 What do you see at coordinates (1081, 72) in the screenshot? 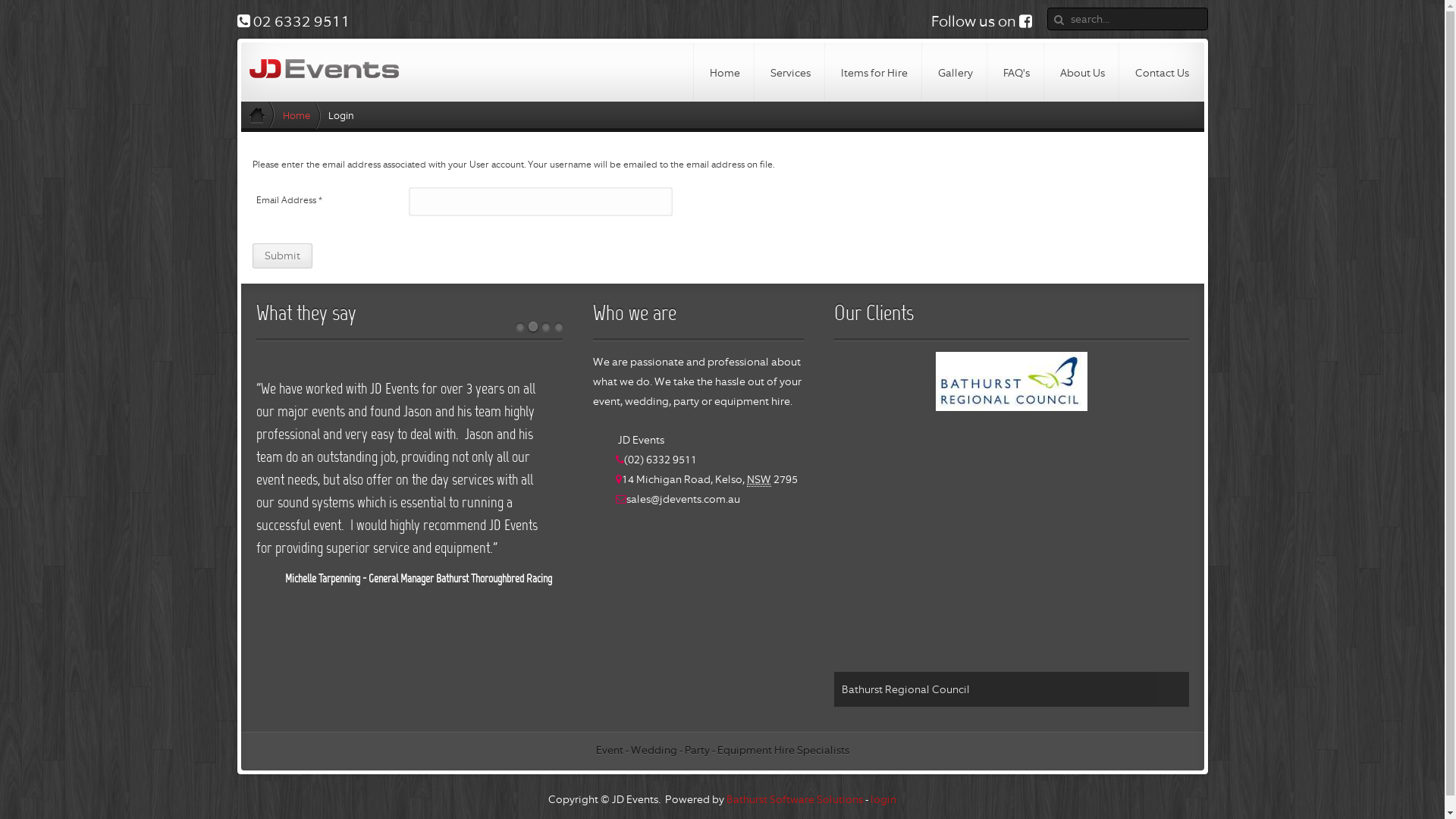
I see `'About Us'` at bounding box center [1081, 72].